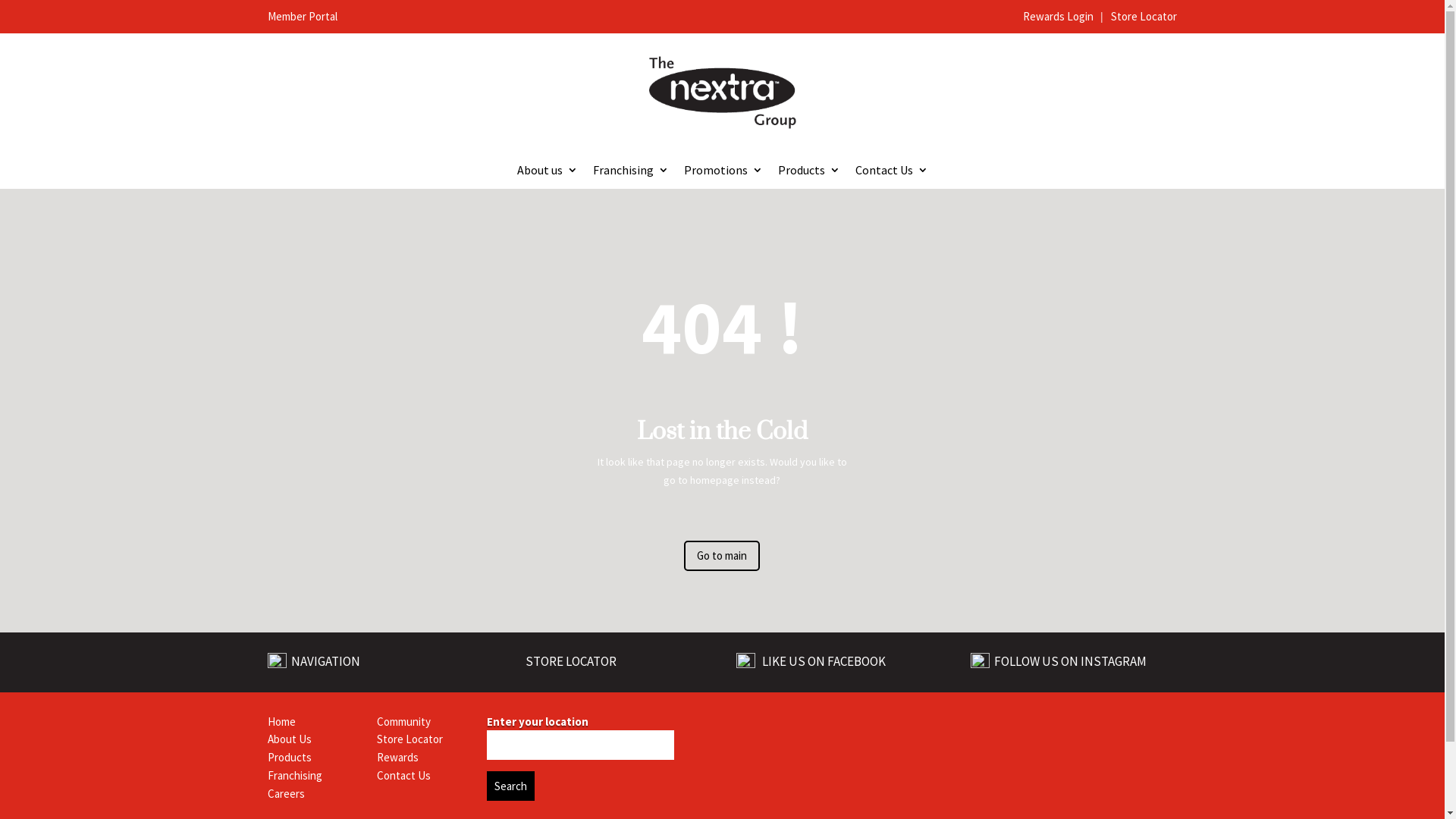 The width and height of the screenshot is (1456, 819). Describe the element at coordinates (281, 720) in the screenshot. I see `'Home'` at that location.